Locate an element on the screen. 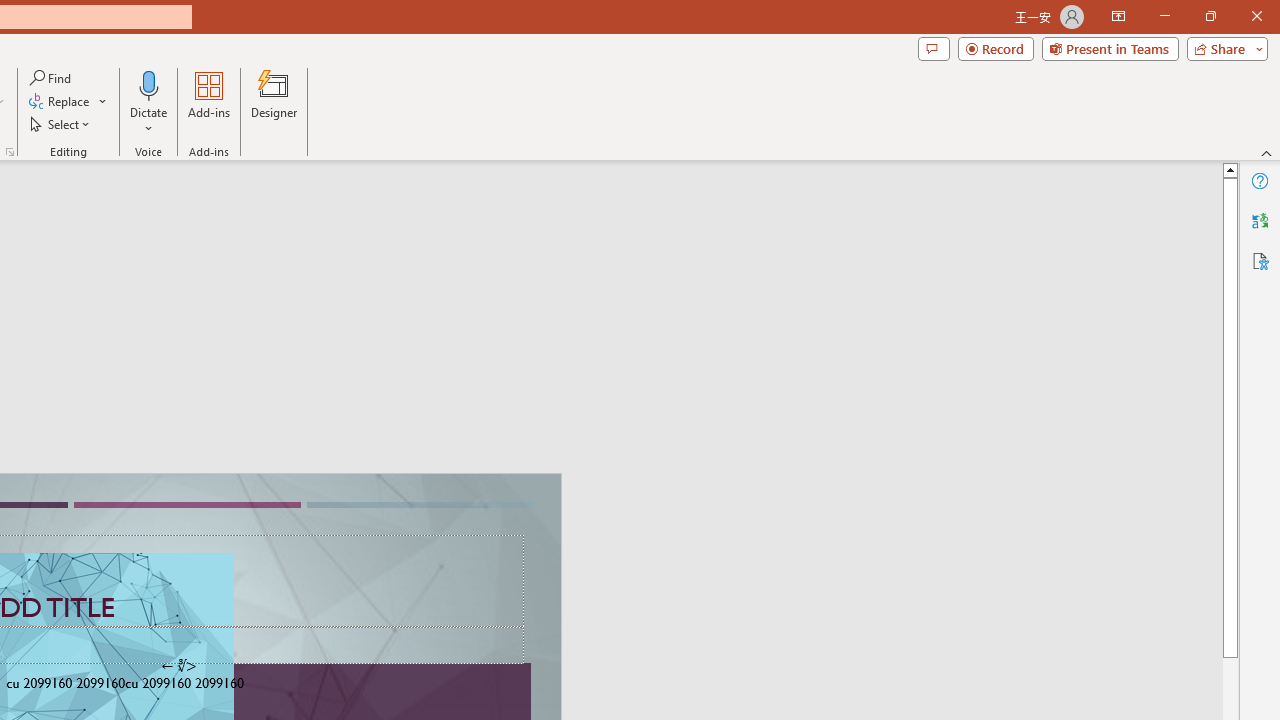 The image size is (1280, 720). 'Select' is located at coordinates (61, 124).